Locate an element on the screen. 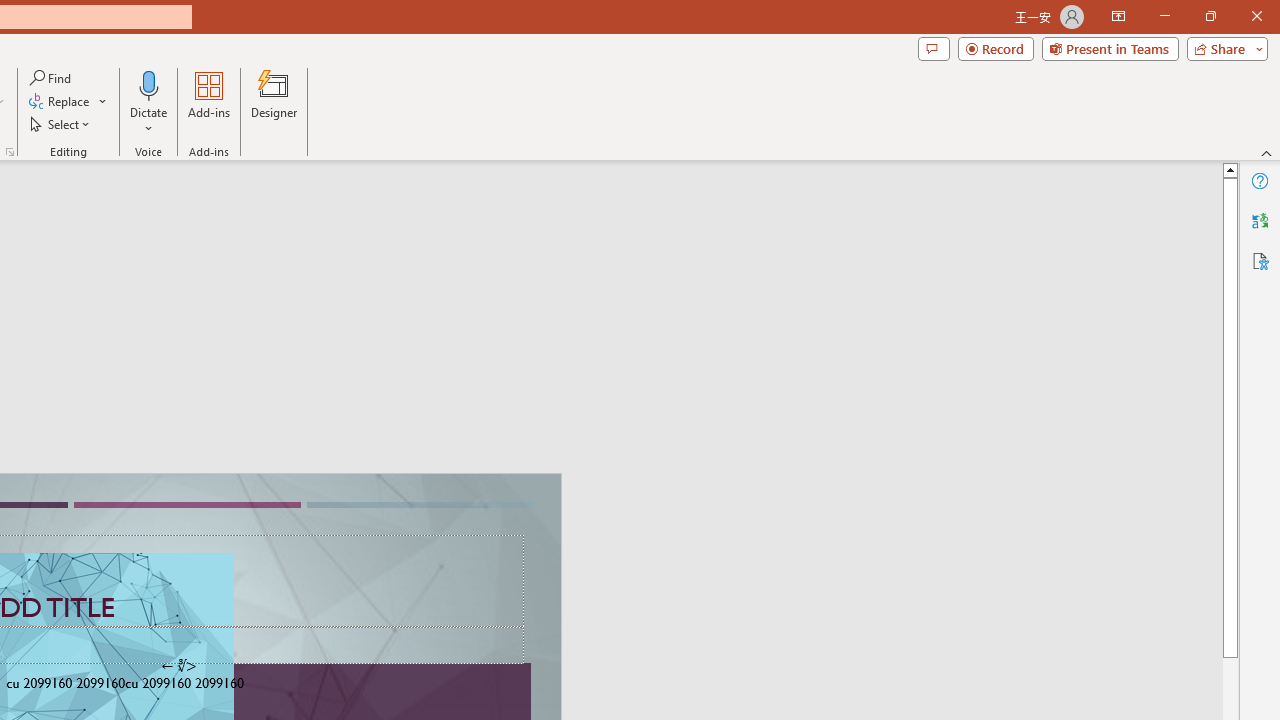 The image size is (1280, 720). 'Select' is located at coordinates (61, 124).